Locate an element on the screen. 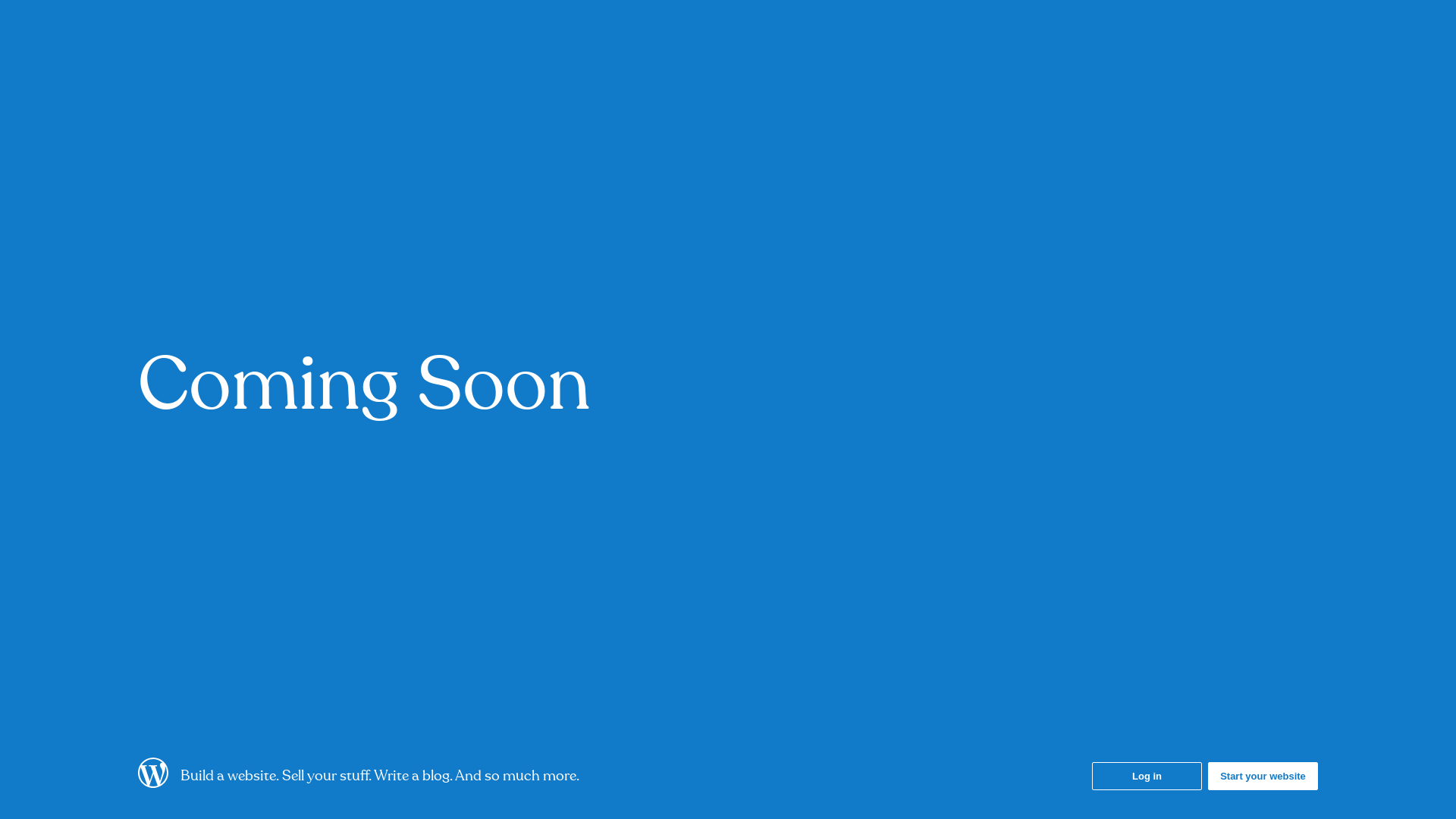  'Start your website' is located at coordinates (1263, 776).